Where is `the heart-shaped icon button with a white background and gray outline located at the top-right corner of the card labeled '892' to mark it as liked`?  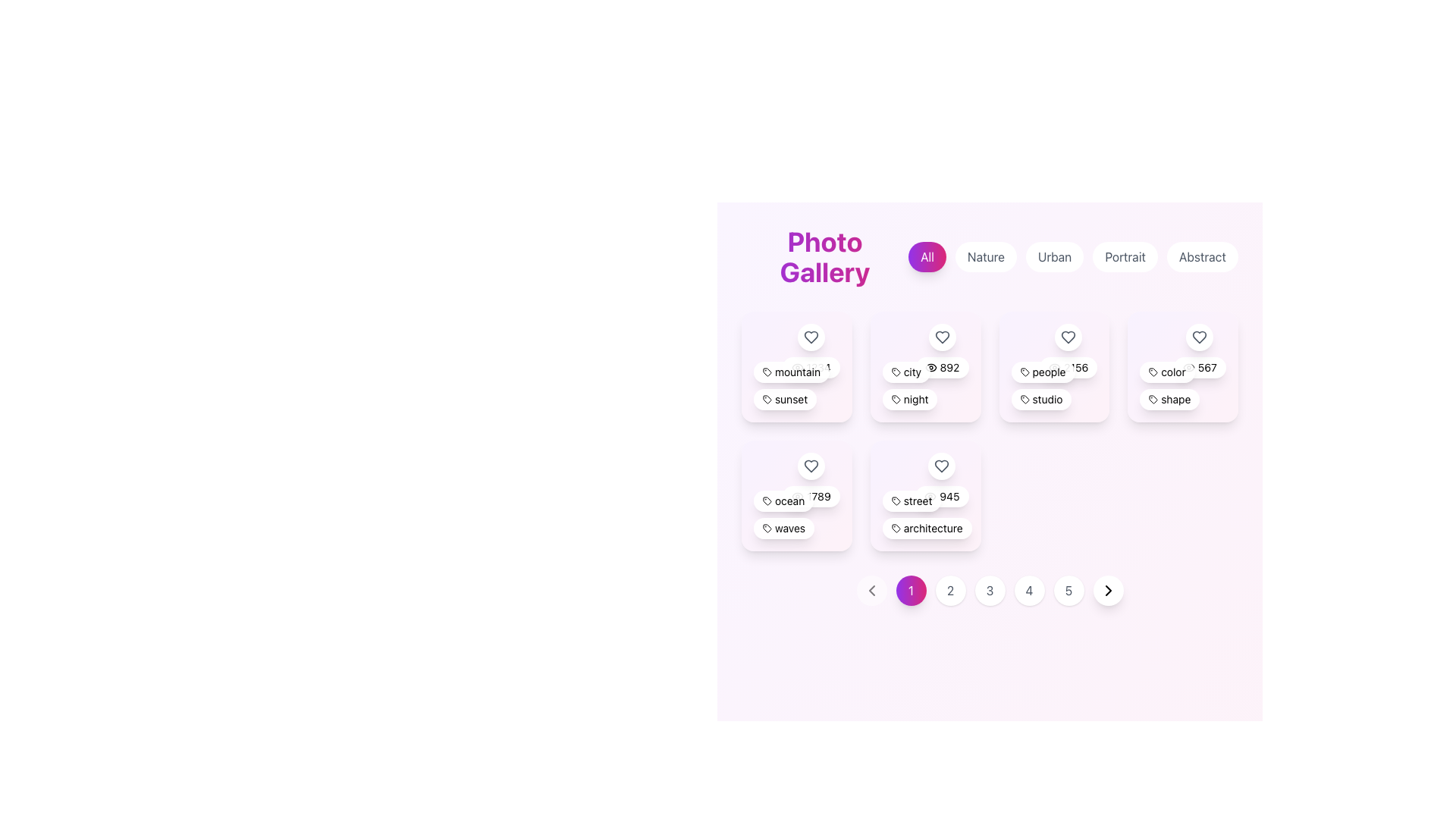 the heart-shaped icon button with a white background and gray outline located at the top-right corner of the card labeled '892' to mark it as liked is located at coordinates (941, 350).